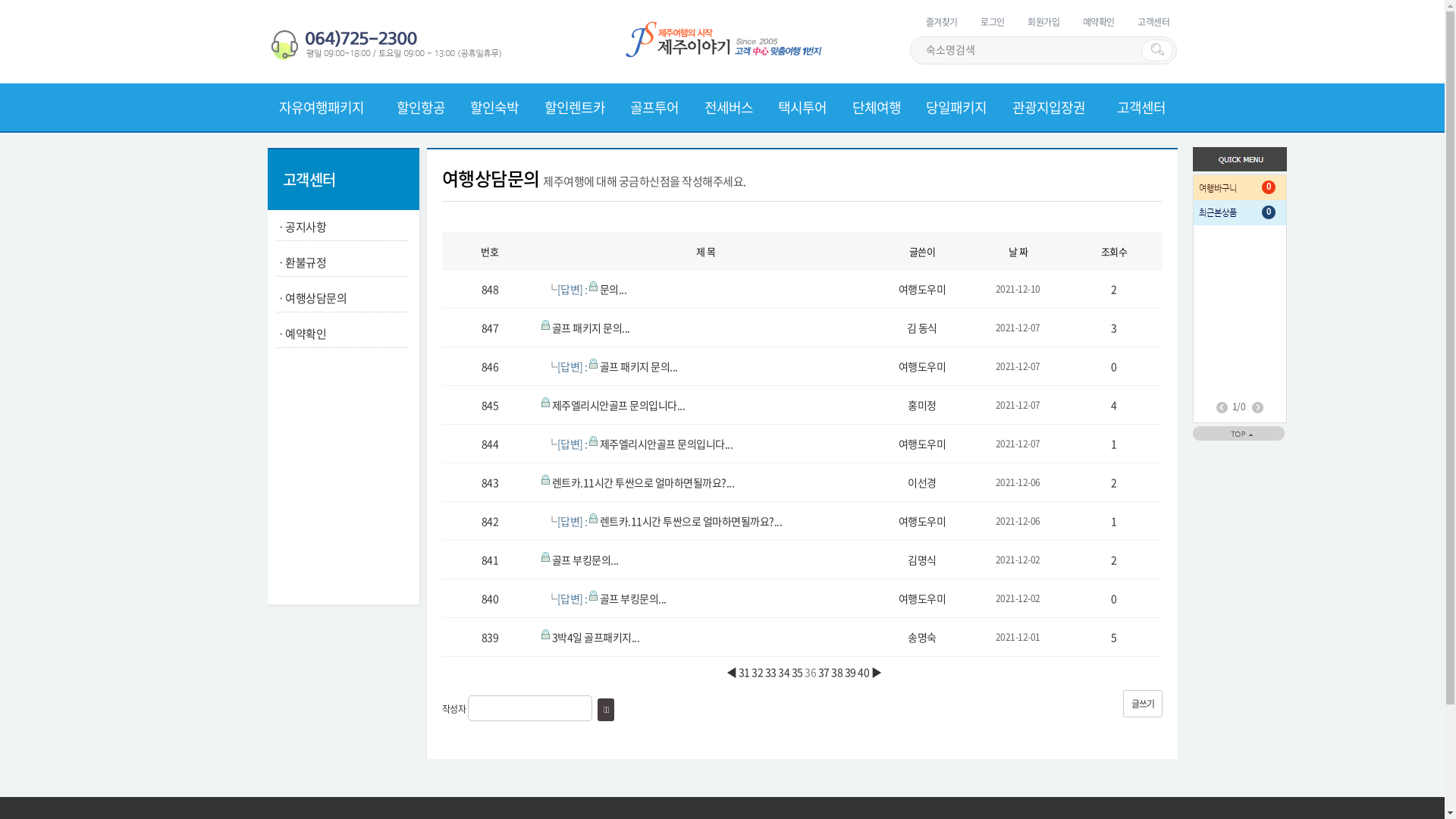 The height and width of the screenshot is (819, 1456). I want to click on '31', so click(745, 671).